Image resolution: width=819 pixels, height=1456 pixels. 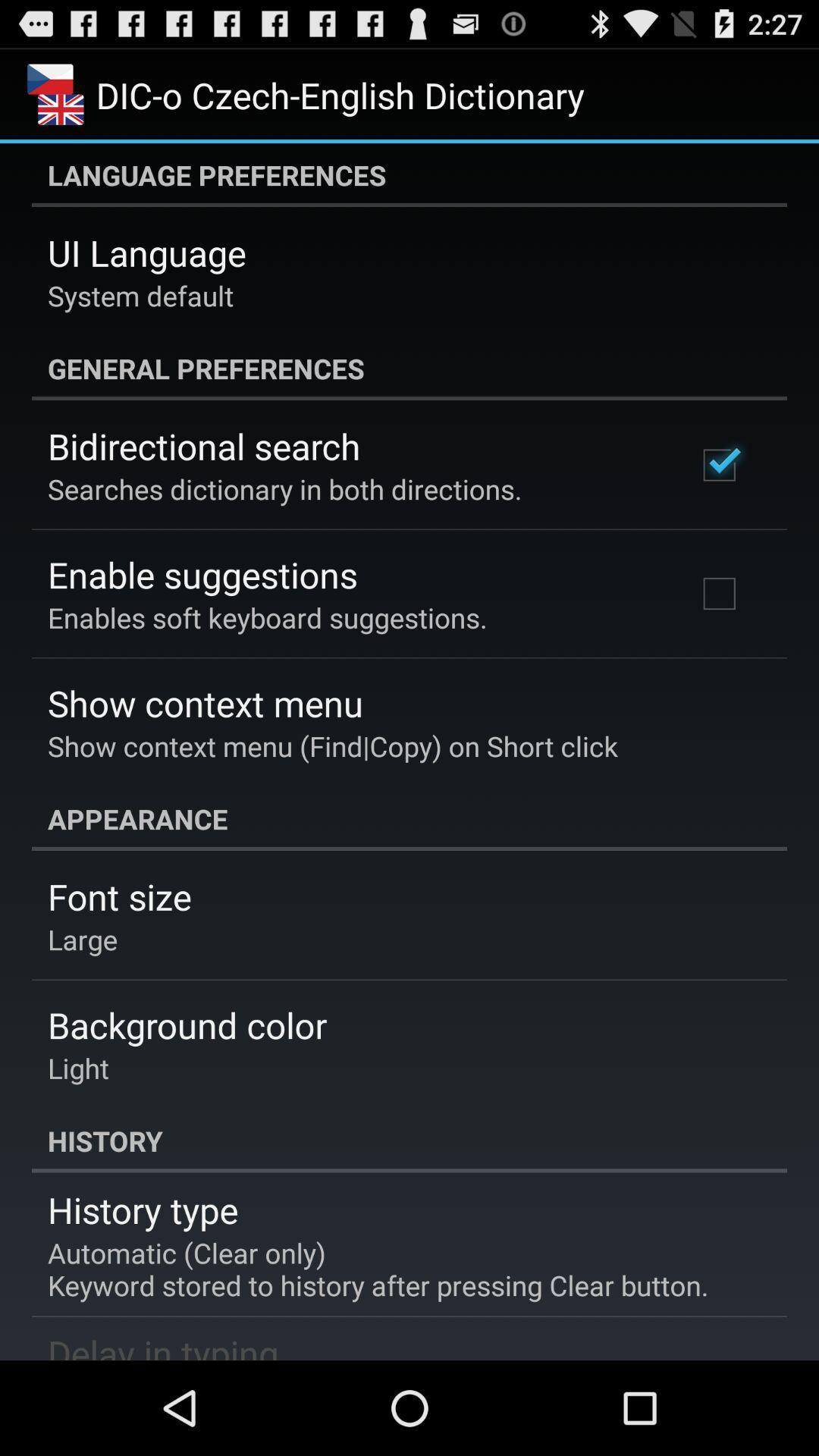 I want to click on the icon below the font size, so click(x=83, y=938).